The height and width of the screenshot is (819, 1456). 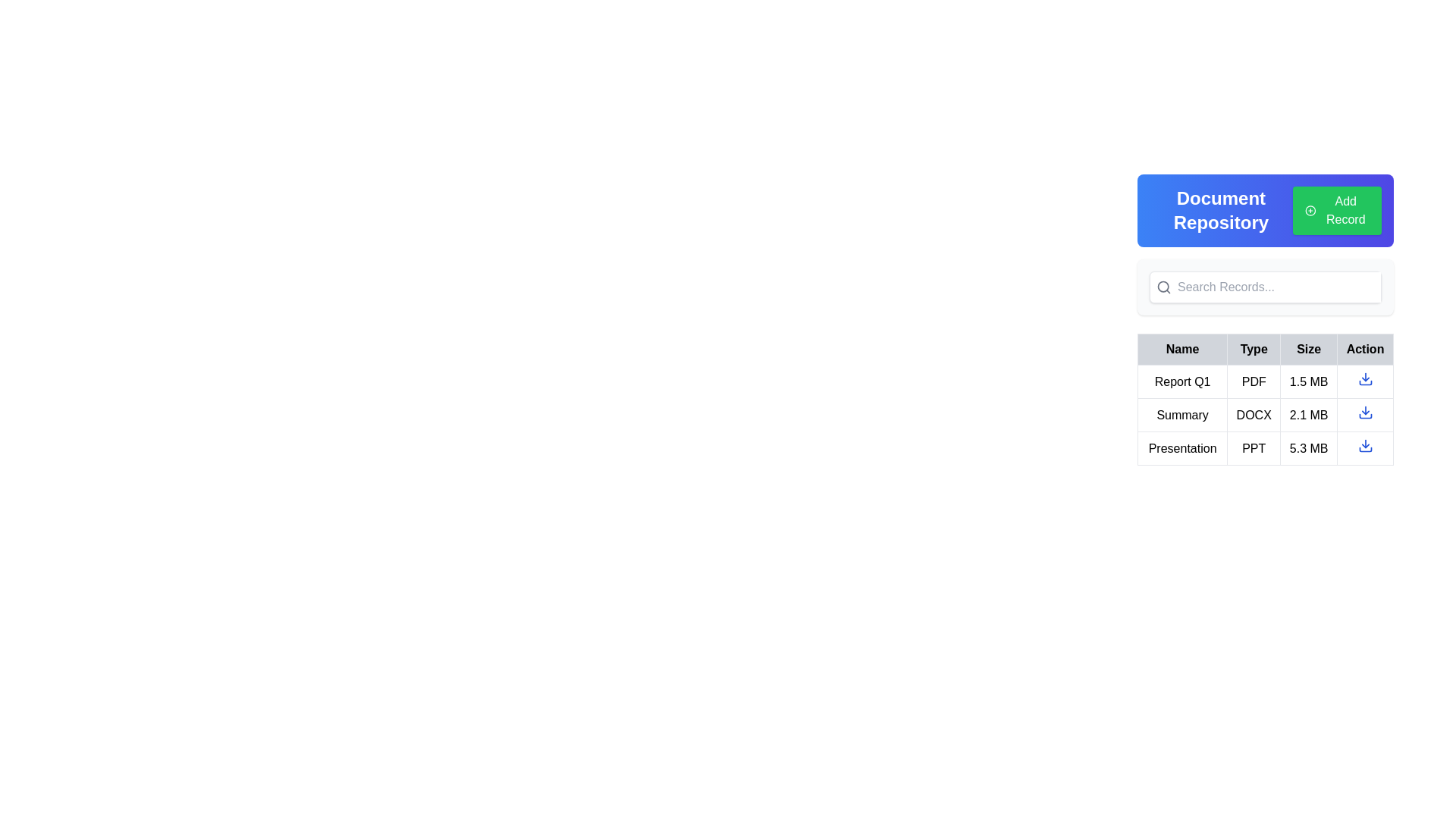 I want to click on the third row in the document repository table that represents the file named 'Presentation' of type 'PPT' and size '5.3 MB', so click(x=1266, y=447).